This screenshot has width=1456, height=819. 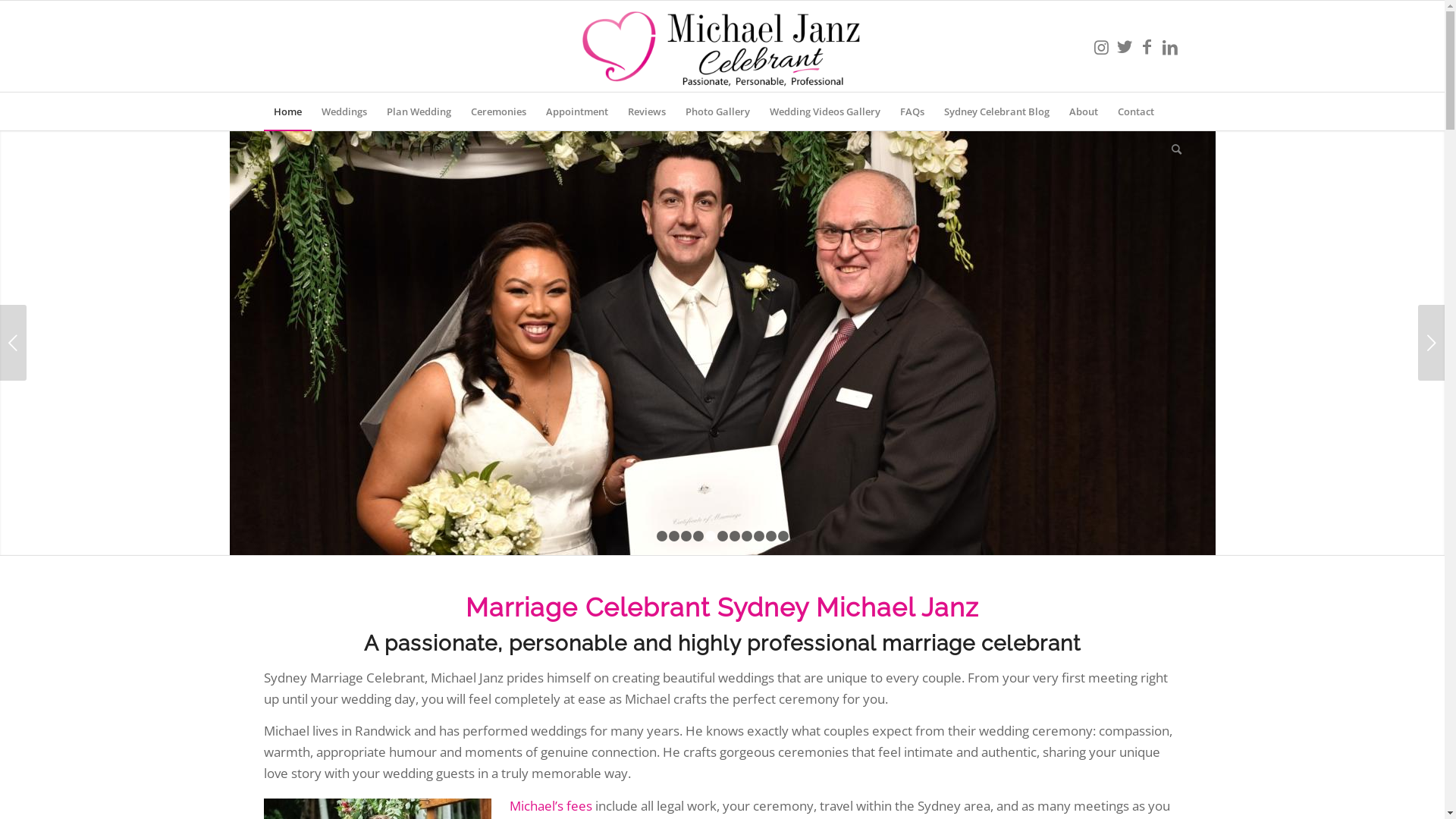 I want to click on 'Weddings', so click(x=342, y=110).